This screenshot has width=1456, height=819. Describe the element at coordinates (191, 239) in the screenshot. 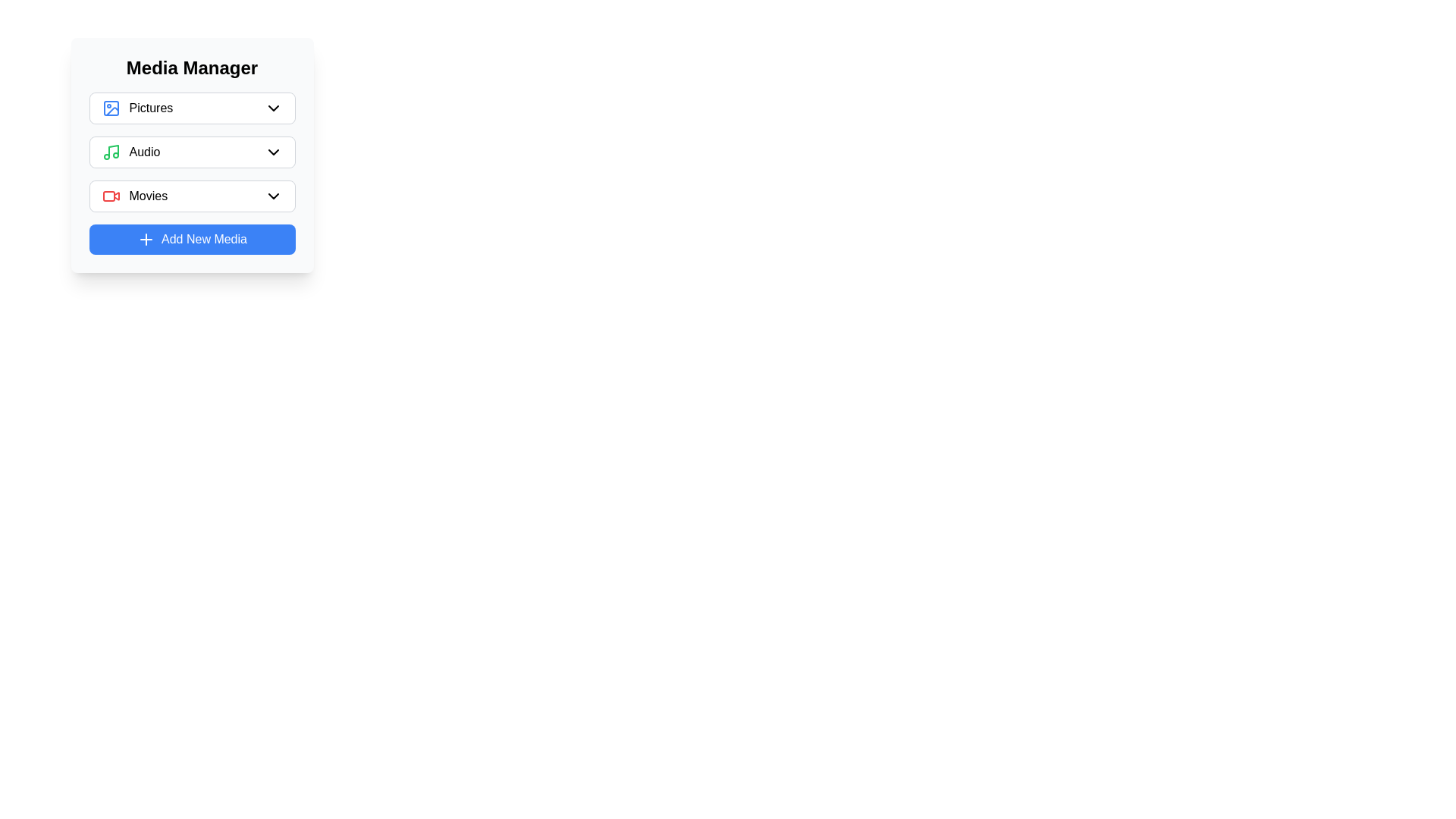

I see `the 'Add New Media' button, which is a rectangular button with a blue background and white text, located at the bottom of the 'Media Manager' section` at that location.